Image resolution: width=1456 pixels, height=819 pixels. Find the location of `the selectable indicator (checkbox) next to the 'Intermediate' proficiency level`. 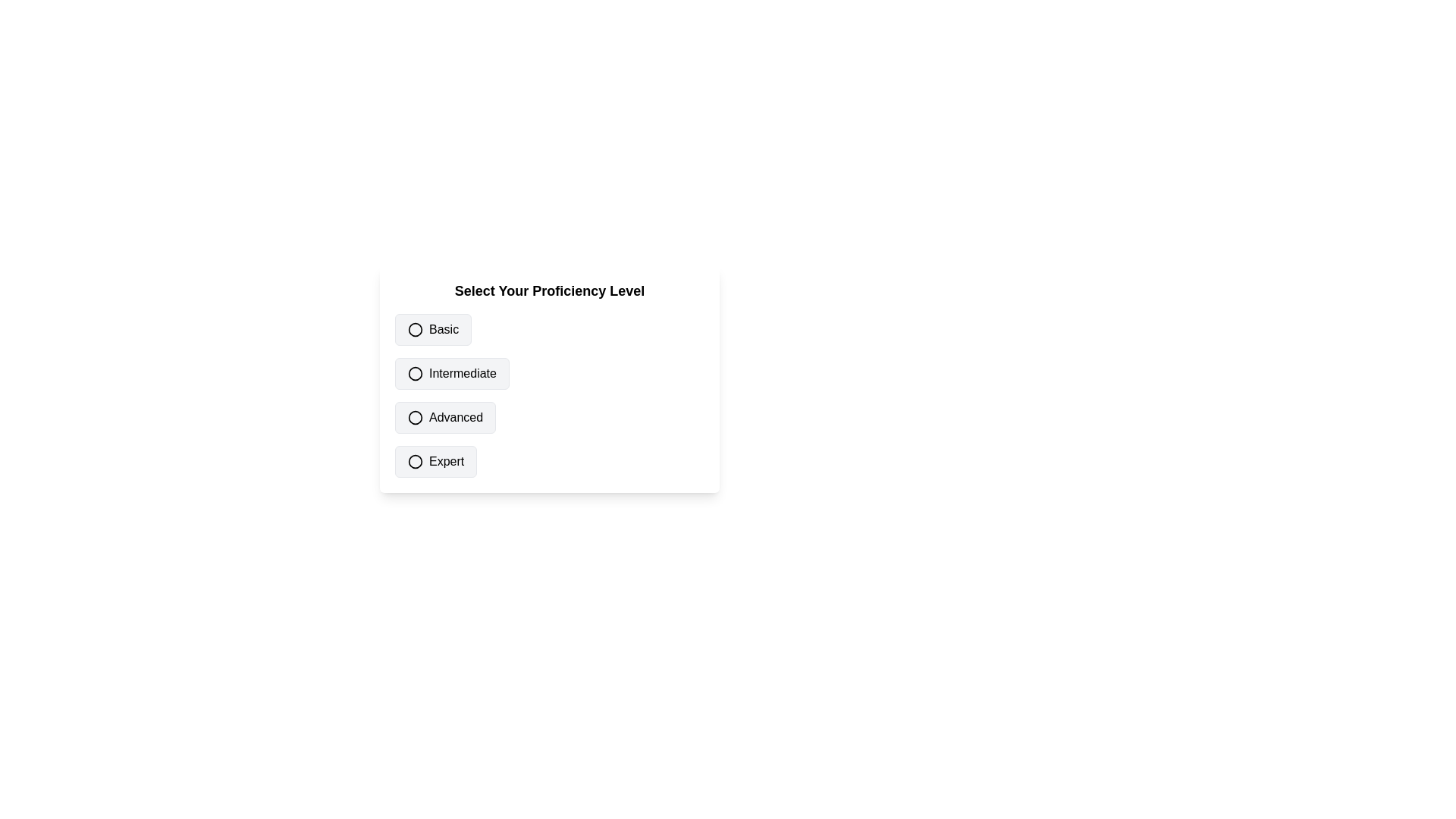

the selectable indicator (checkbox) next to the 'Intermediate' proficiency level is located at coordinates (415, 374).